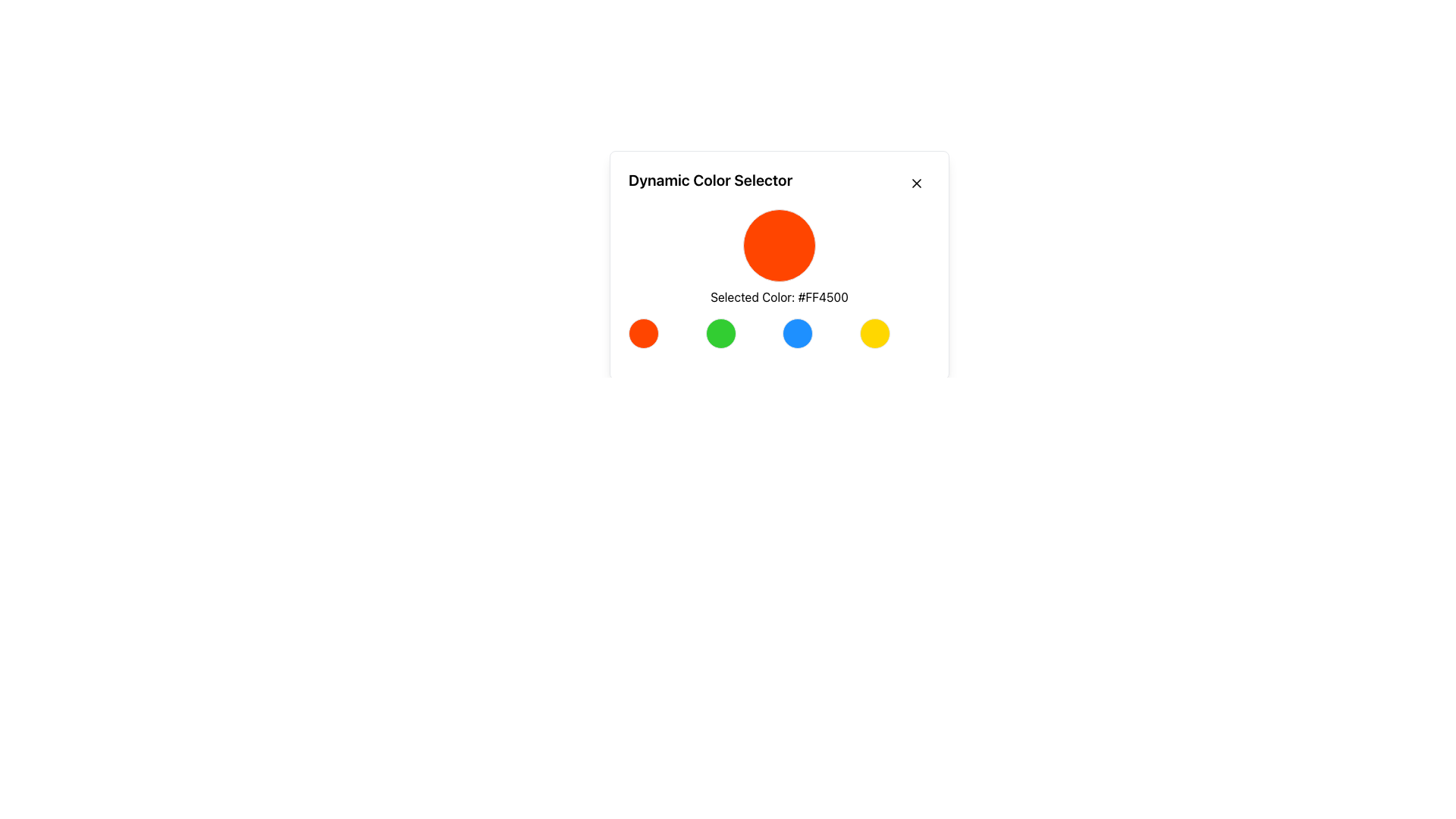 The image size is (1456, 819). Describe the element at coordinates (779, 265) in the screenshot. I see `the selected color represented by the color selection indicator located below the title text 'Dynamic Color Selector'` at that location.